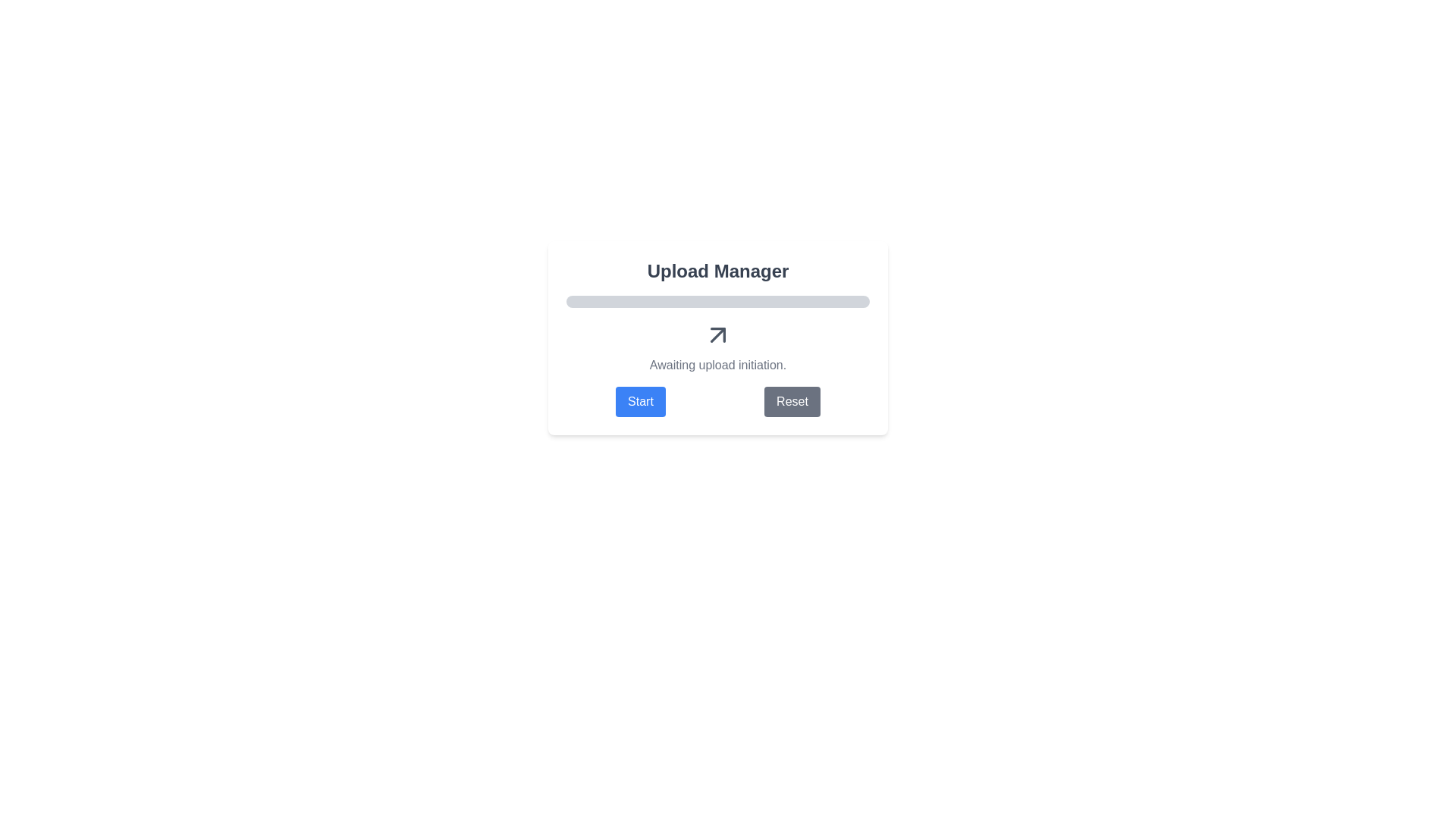 Image resolution: width=1456 pixels, height=819 pixels. I want to click on the horizontal progress bar located beneath the 'Upload Manager' header, which has a gray background and a blue dynamic segment, so click(717, 301).